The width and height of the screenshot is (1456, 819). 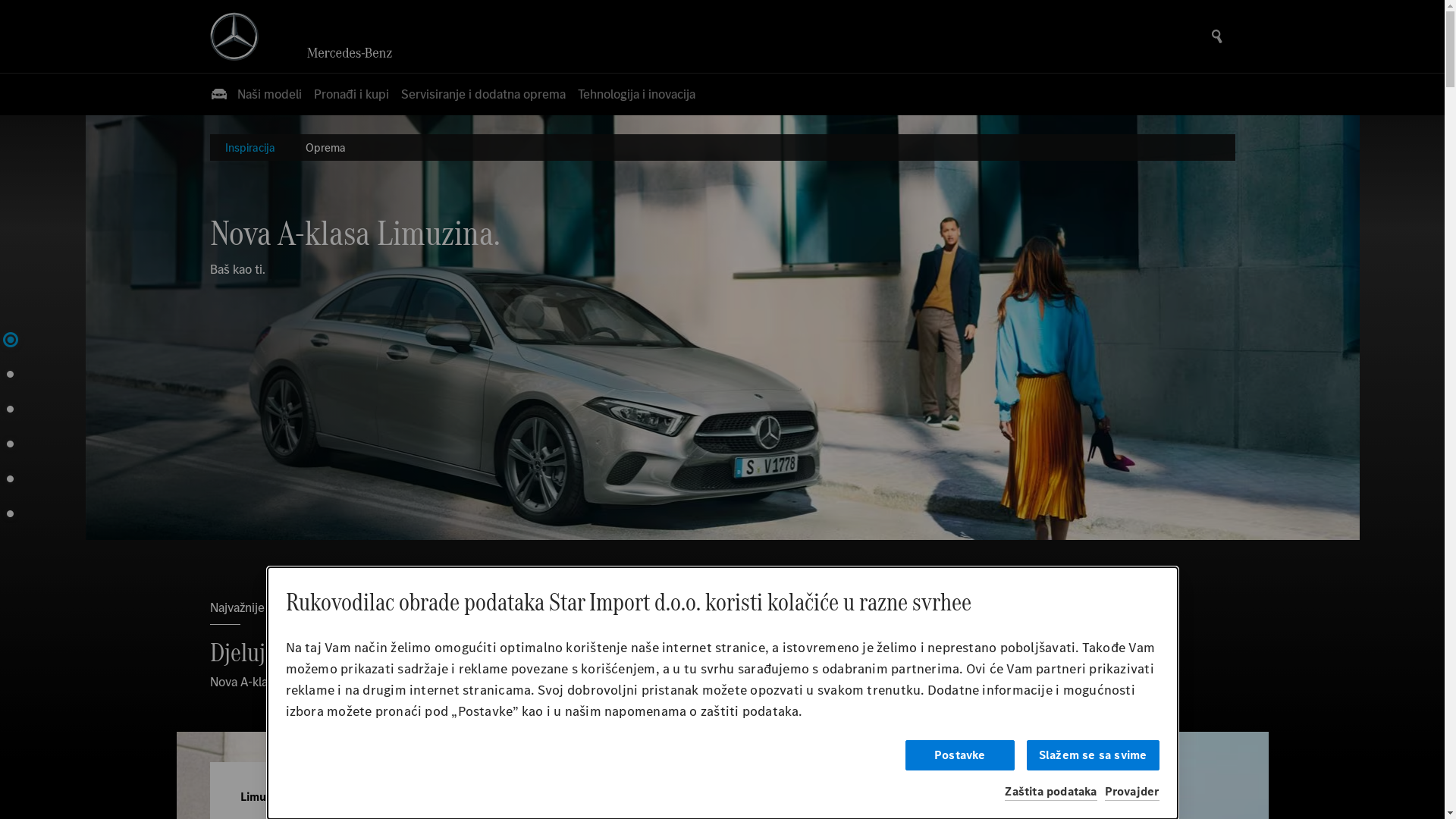 What do you see at coordinates (232, 35) in the screenshot?
I see `'Mercedes Benz Logo'` at bounding box center [232, 35].